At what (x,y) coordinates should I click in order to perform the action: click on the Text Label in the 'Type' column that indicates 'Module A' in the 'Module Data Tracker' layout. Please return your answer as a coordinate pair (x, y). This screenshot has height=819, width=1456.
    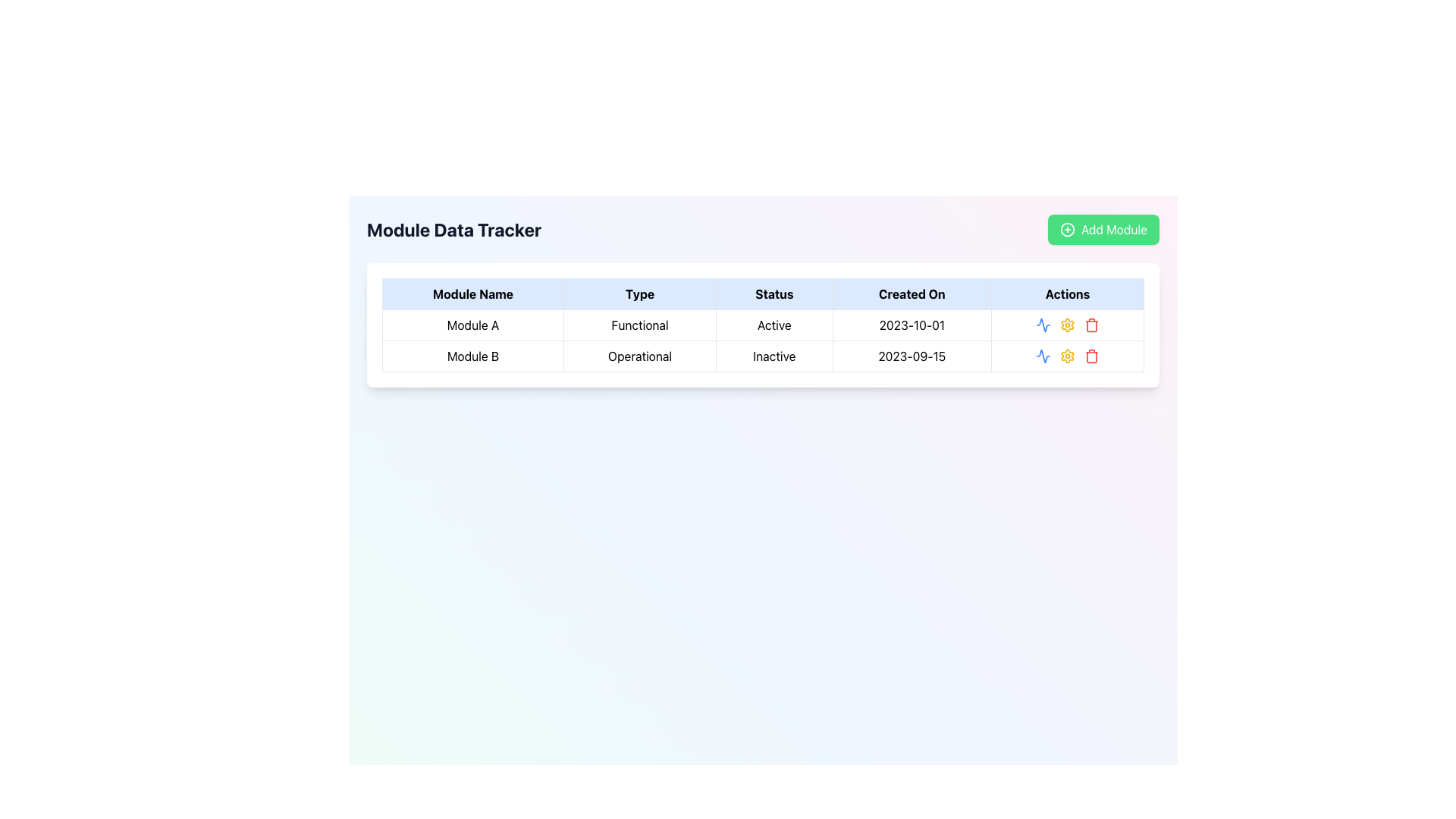
    Looking at the image, I should click on (640, 324).